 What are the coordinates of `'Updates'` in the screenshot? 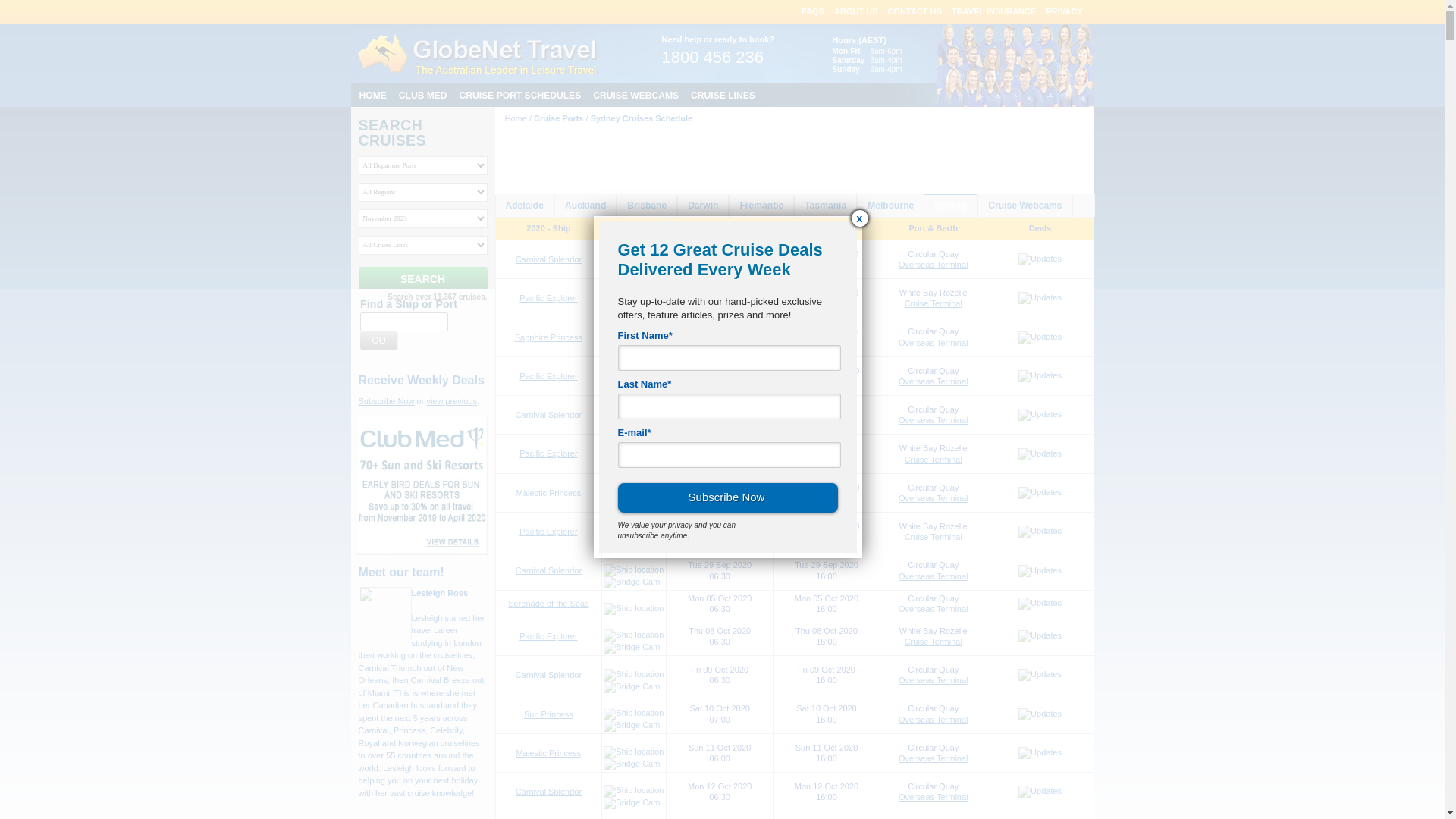 It's located at (1039, 570).